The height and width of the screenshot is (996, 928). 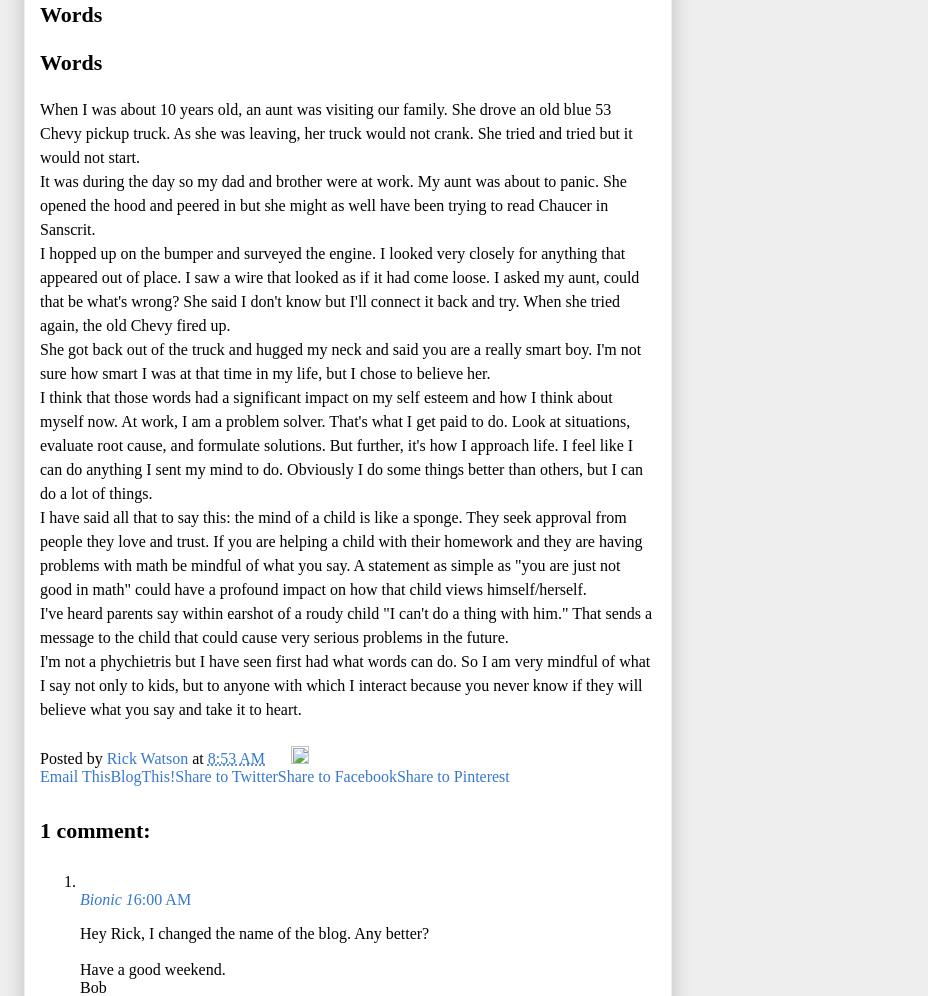 I want to click on '8:53 AM', so click(x=234, y=757).